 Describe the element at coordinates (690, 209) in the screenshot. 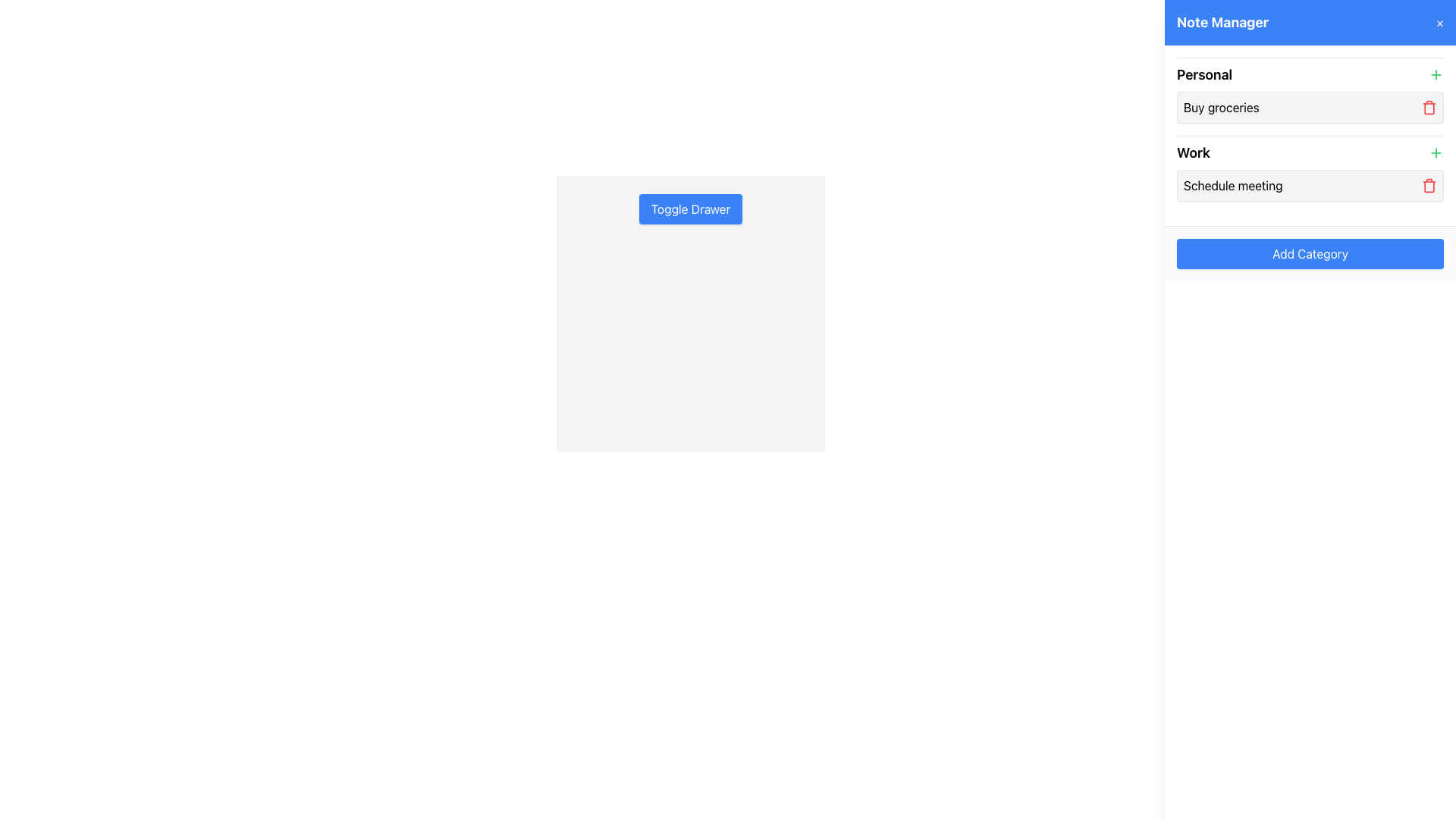

I see `the 'Toggle Drawer' button, which is a rectangular button with rounded edges and a bright blue background, located at the top center of the interface` at that location.